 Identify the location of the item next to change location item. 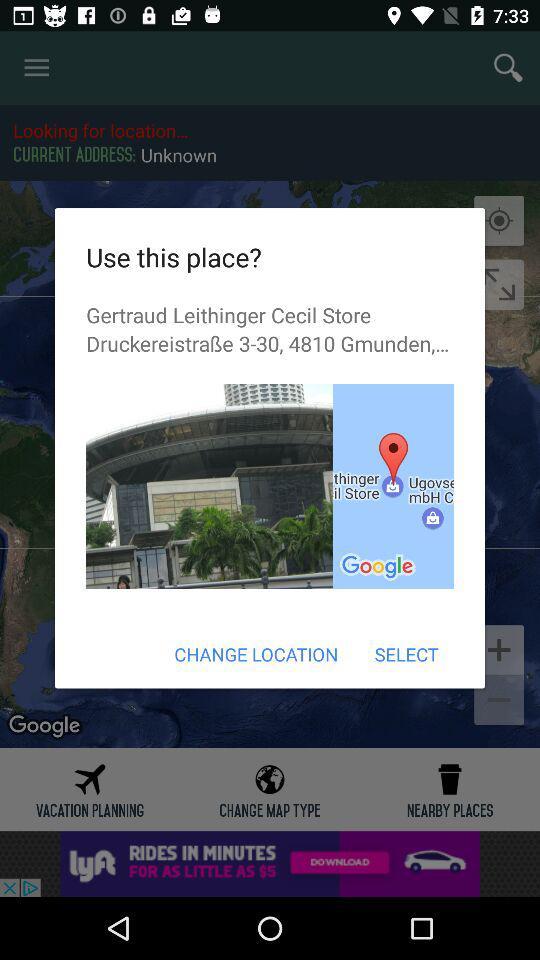
(405, 653).